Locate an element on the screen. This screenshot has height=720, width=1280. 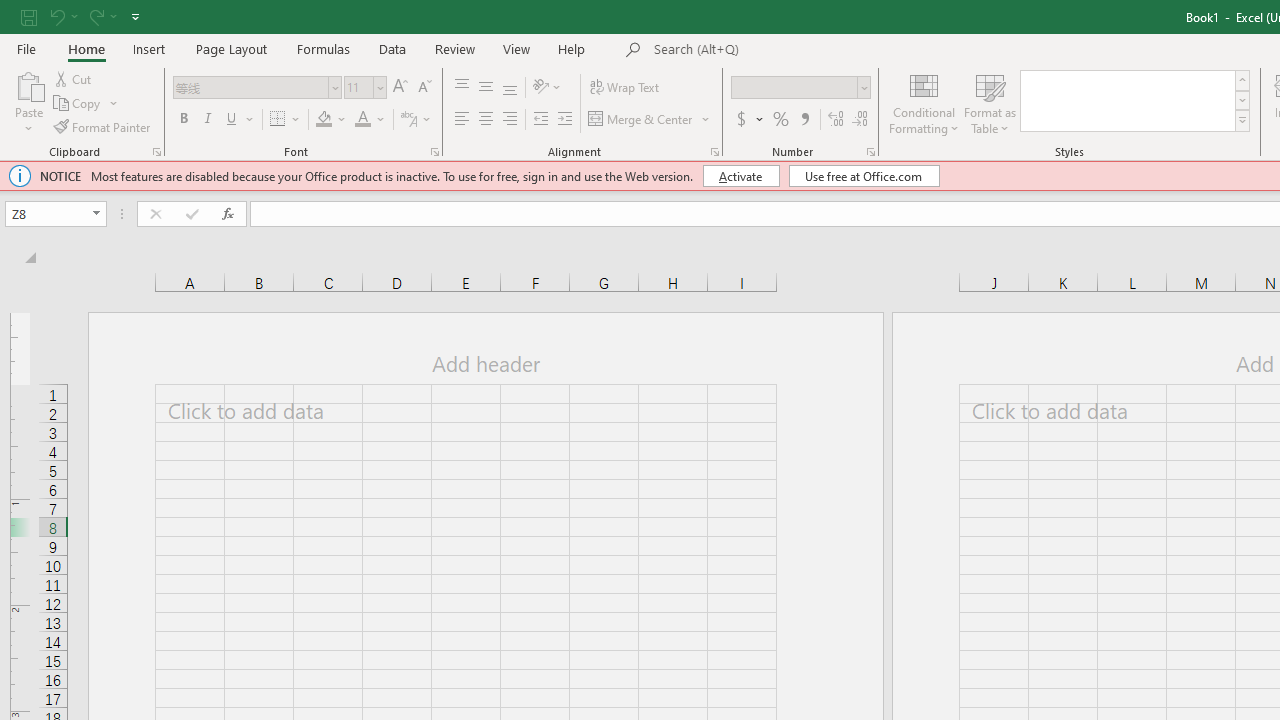
'Office Clipboard...' is located at coordinates (155, 150).